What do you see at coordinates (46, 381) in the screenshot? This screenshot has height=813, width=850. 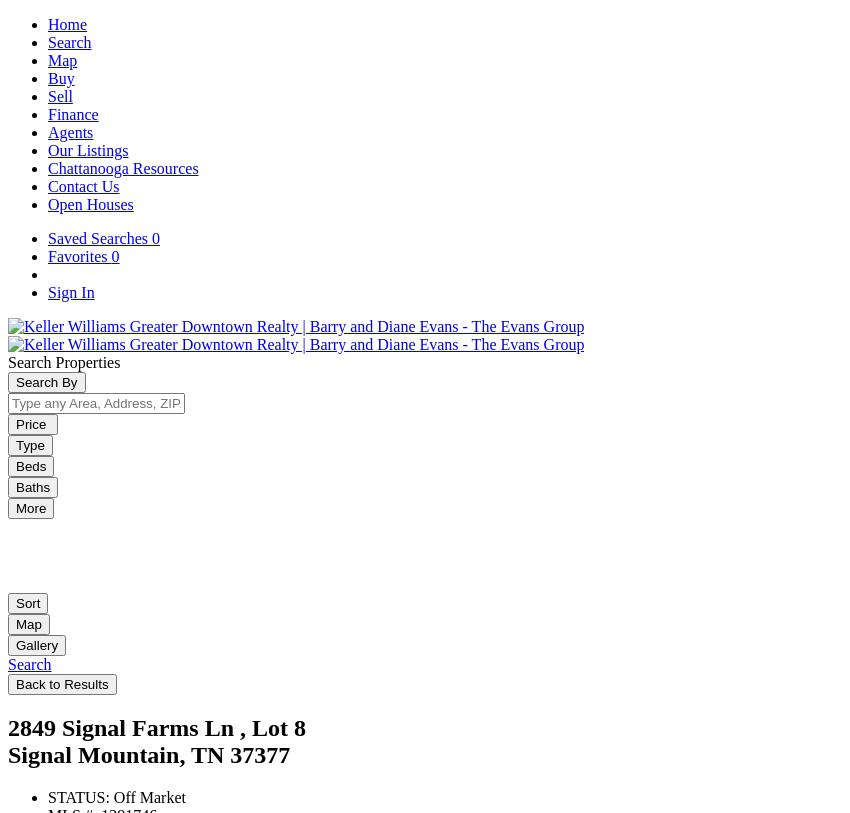 I see `'Search By'` at bounding box center [46, 381].